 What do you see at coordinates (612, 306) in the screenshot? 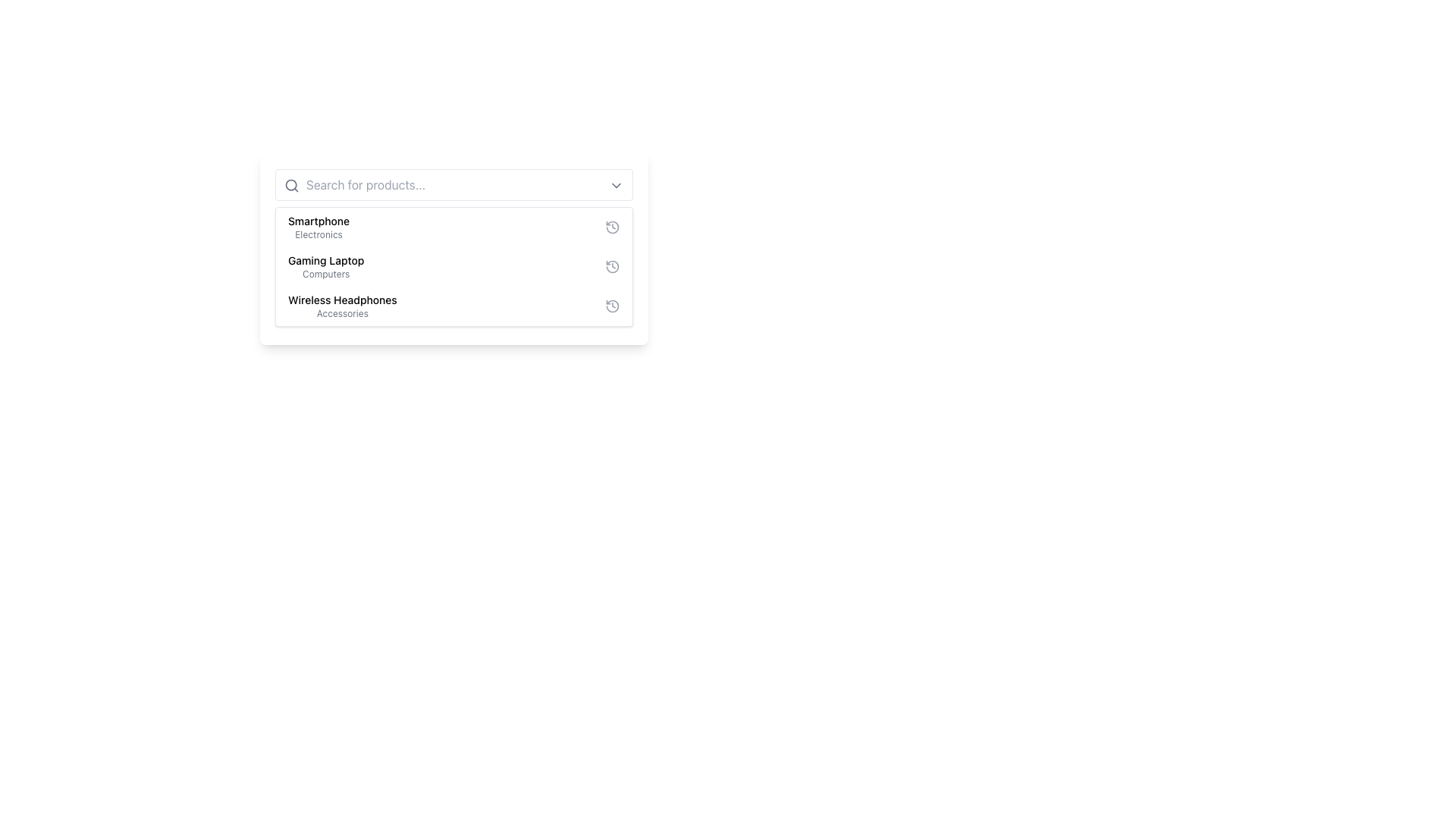
I see `the icon representing the action of viewing item history for the 'Wireless Headphones' list item, located on the far right of the associated list item` at bounding box center [612, 306].